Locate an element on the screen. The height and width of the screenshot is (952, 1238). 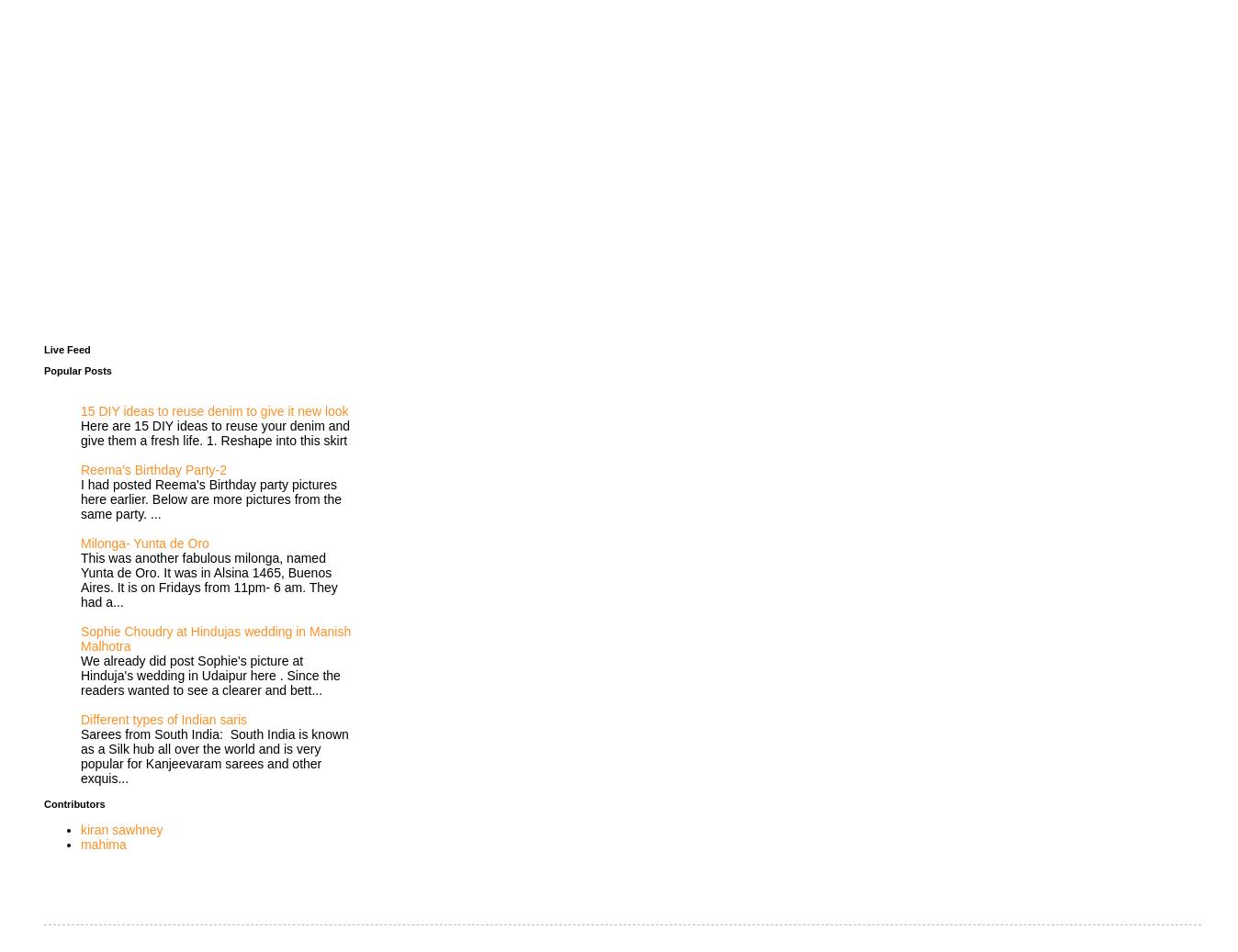
'kiran sawhney' is located at coordinates (120, 829).